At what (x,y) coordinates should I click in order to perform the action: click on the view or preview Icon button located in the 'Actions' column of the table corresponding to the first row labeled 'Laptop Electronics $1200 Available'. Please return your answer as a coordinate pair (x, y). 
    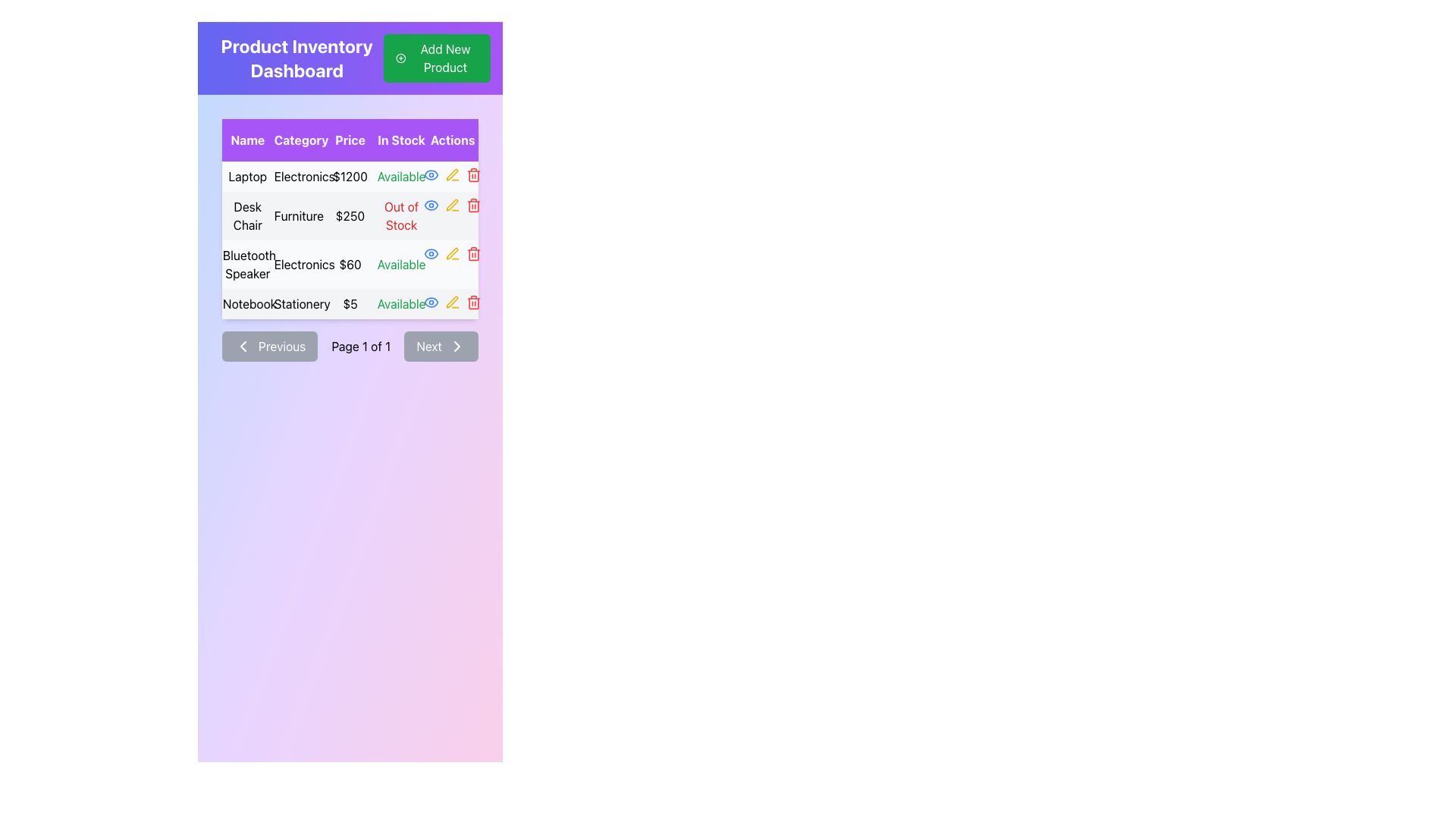
    Looking at the image, I should click on (431, 174).